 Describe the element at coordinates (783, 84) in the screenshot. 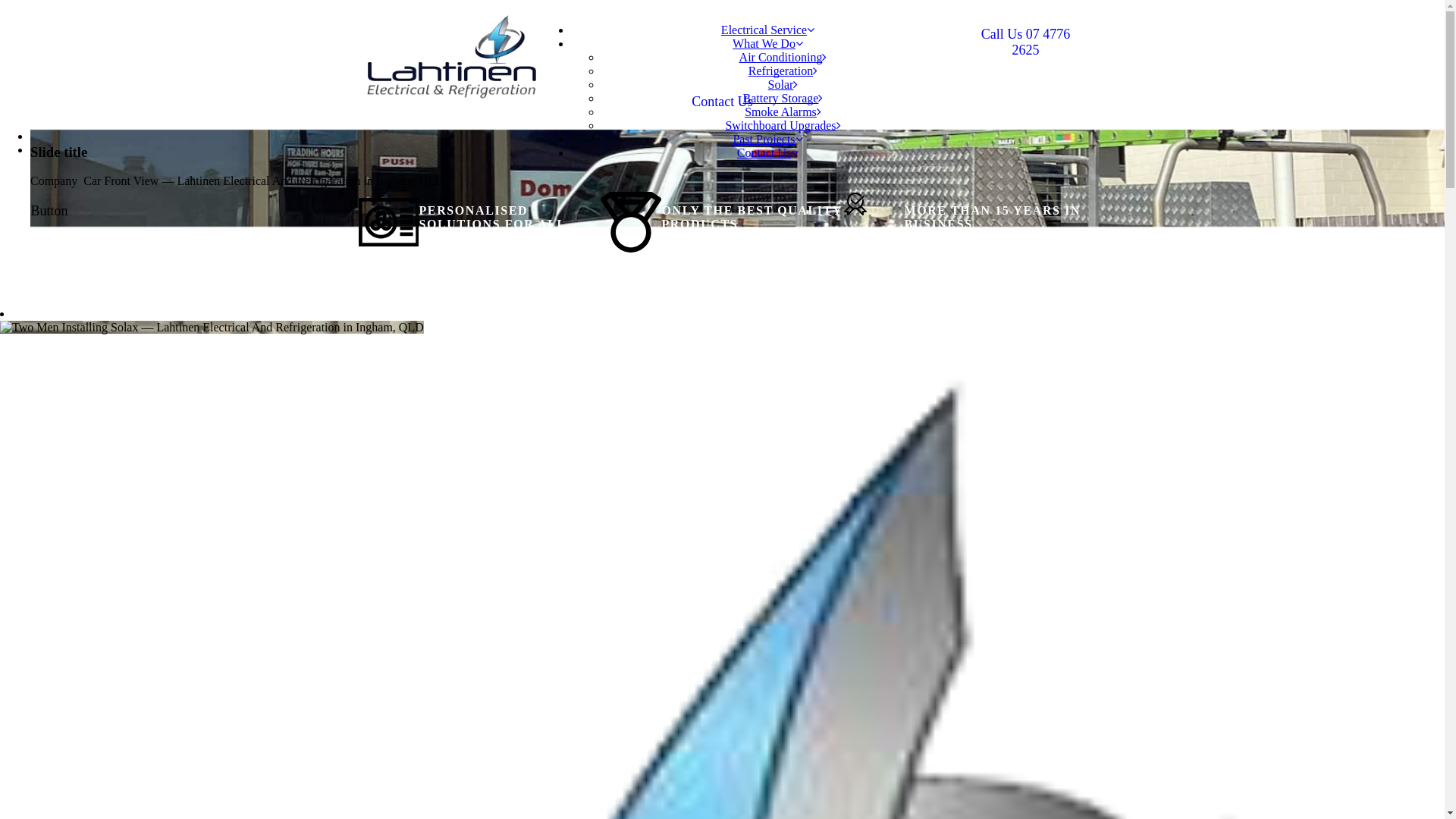

I see `'Solar'` at that location.